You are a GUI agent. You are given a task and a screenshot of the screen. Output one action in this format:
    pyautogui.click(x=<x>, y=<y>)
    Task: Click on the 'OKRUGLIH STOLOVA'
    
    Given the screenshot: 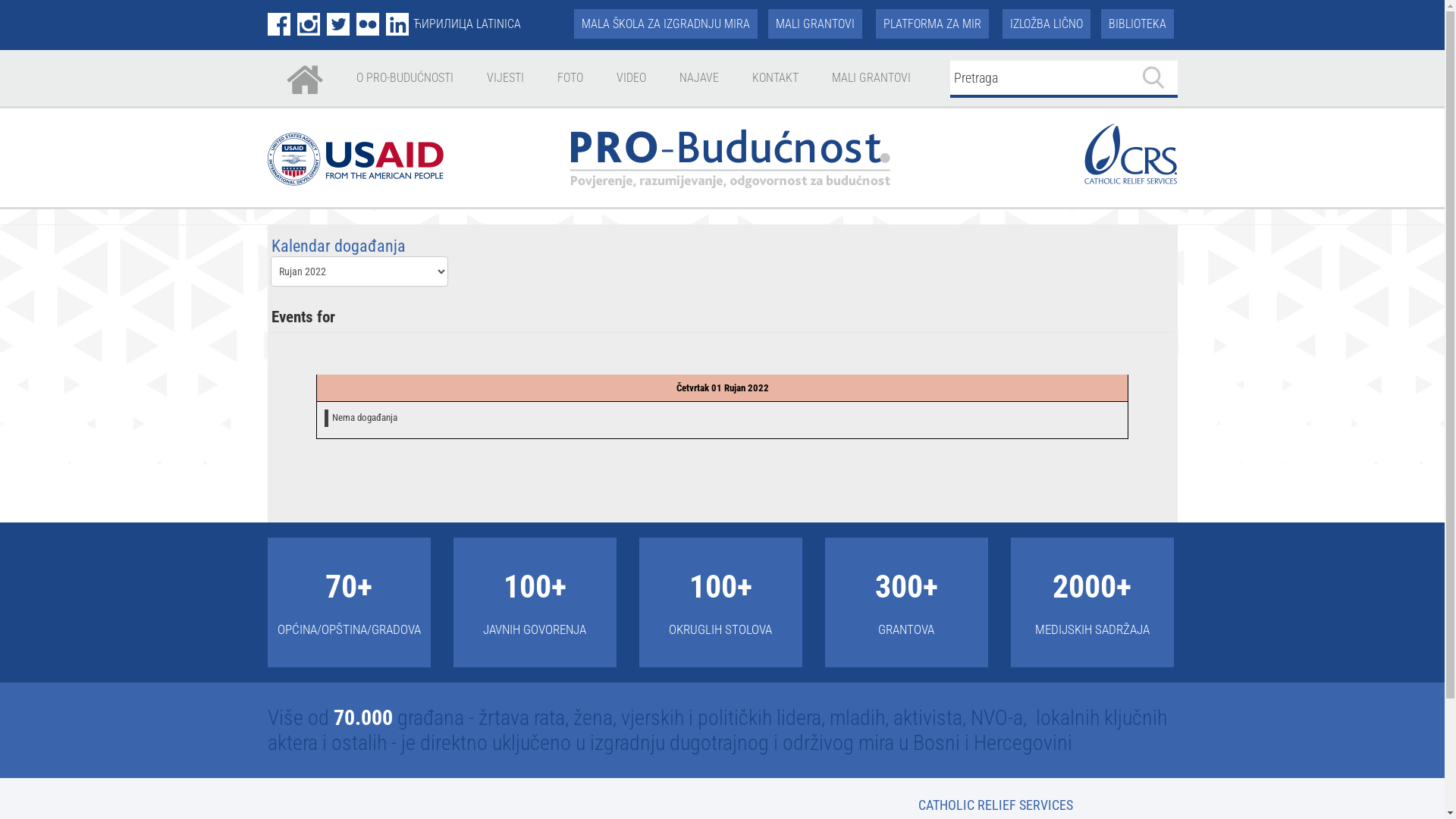 What is the action you would take?
    pyautogui.click(x=668, y=629)
    